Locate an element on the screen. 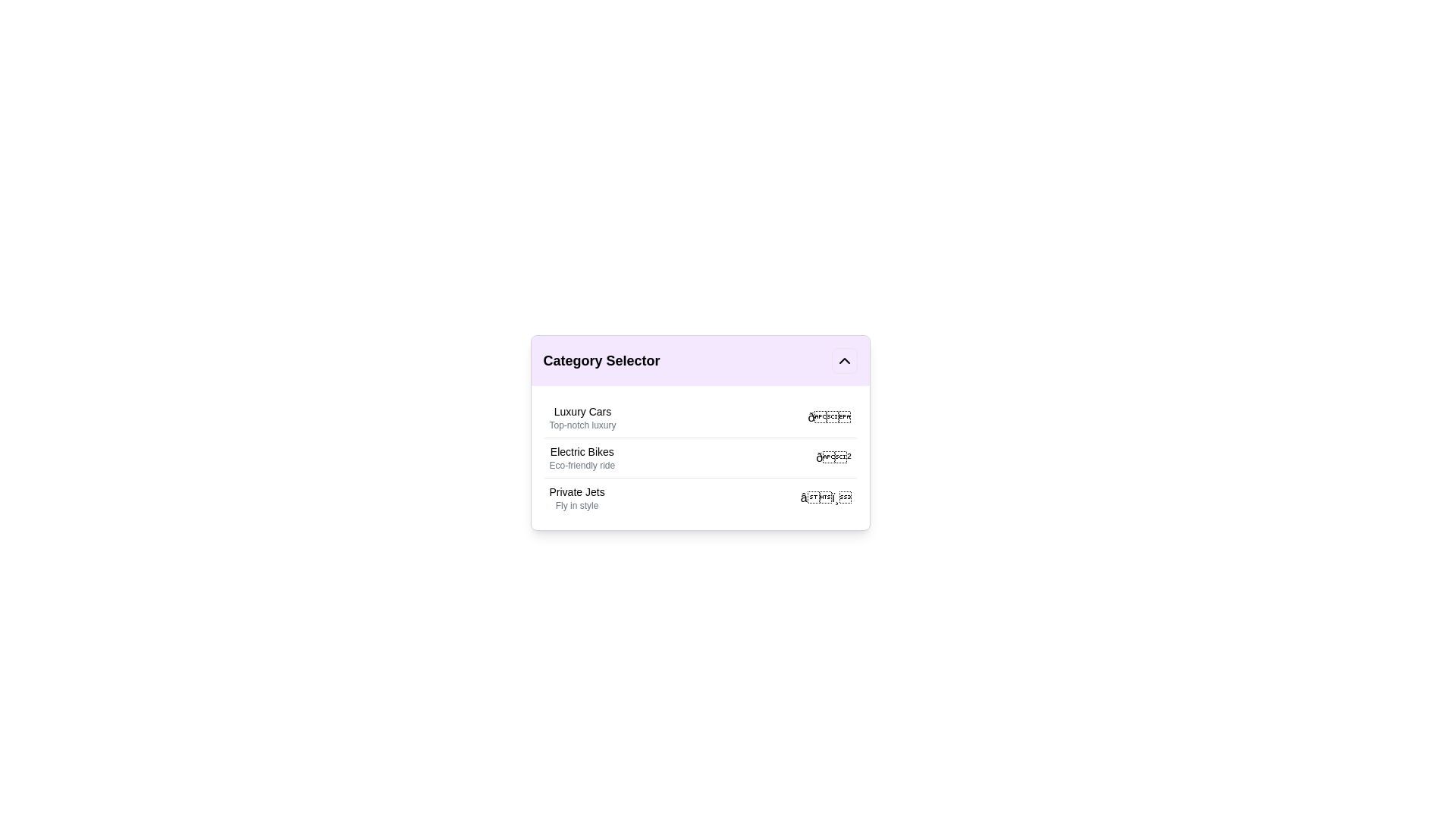 This screenshot has width=1456, height=819. the 'Electric Bikes' text label in the 'Category Selector' dropdown menu is located at coordinates (581, 457).